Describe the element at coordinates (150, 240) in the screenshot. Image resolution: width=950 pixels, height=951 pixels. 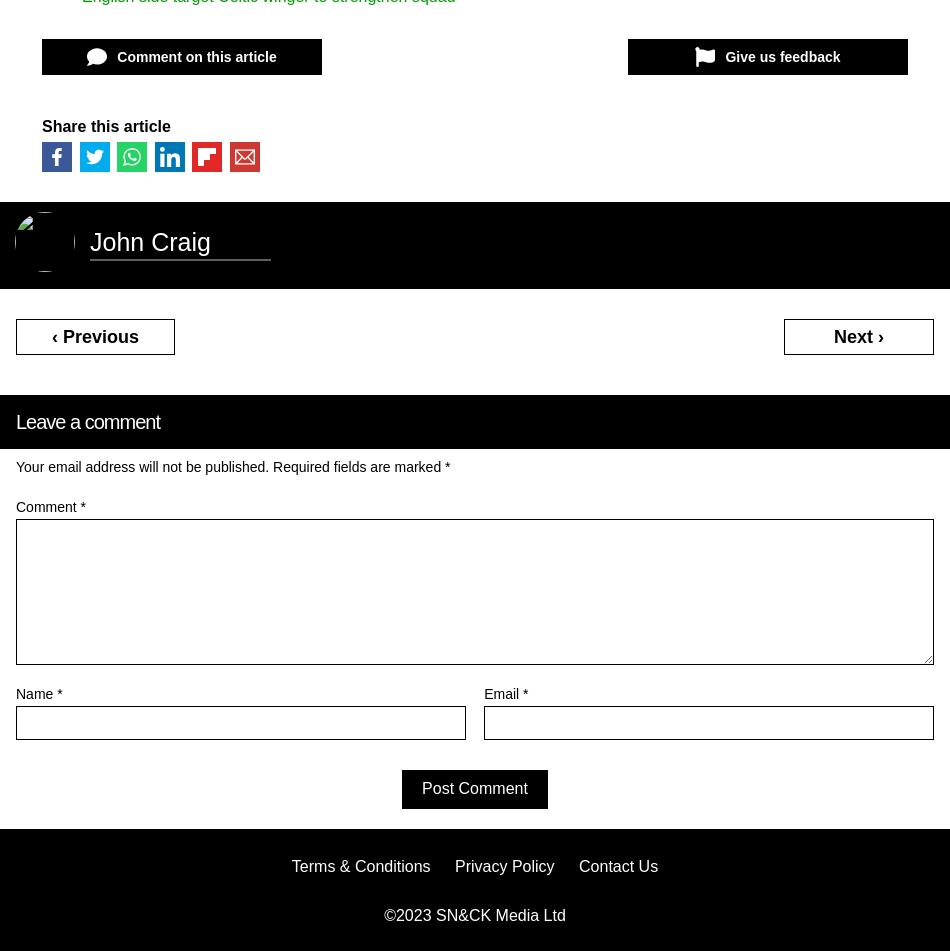
I see `'John Craig'` at that location.